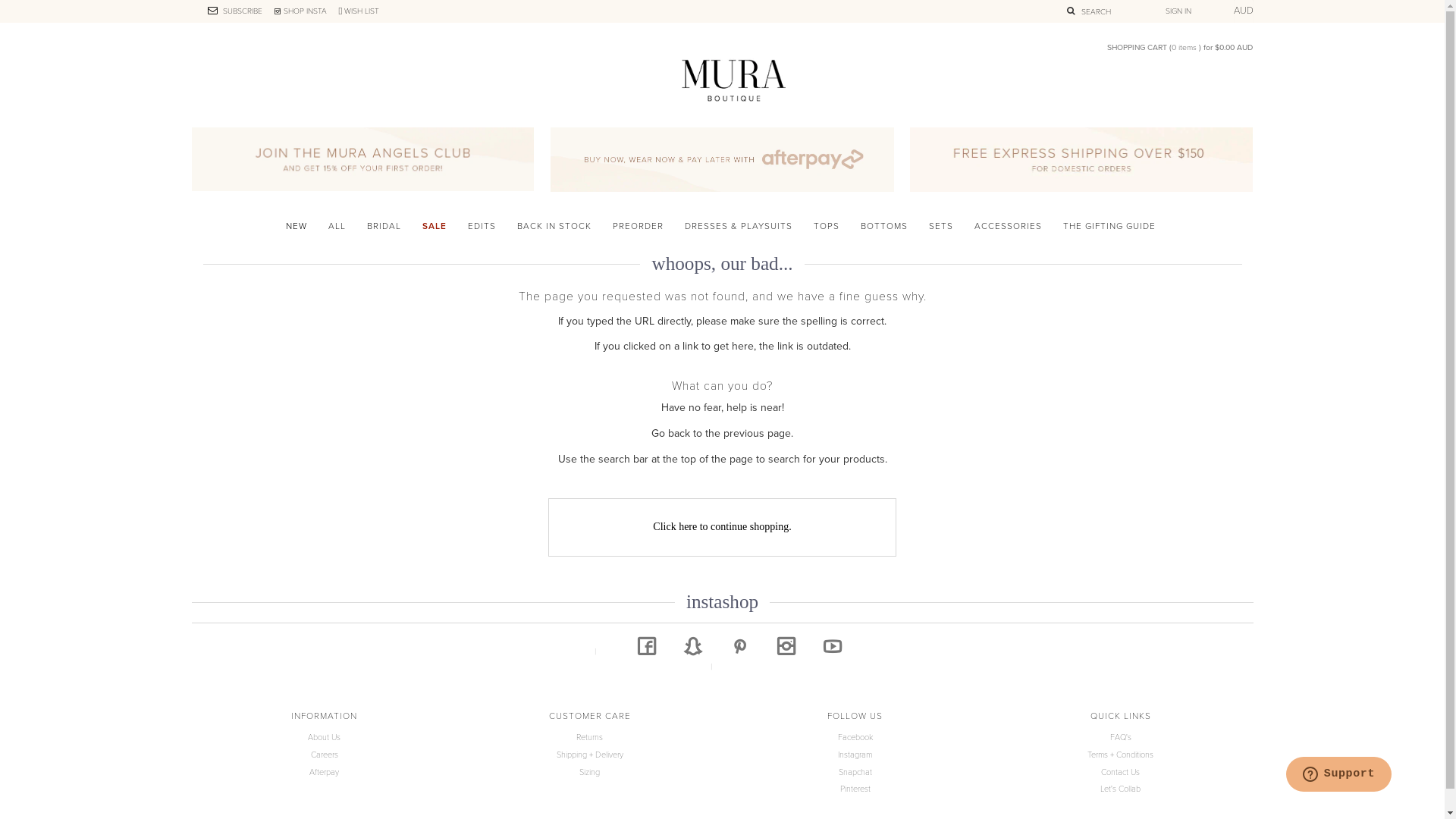 The height and width of the screenshot is (819, 1456). What do you see at coordinates (588, 736) in the screenshot?
I see `'Returns'` at bounding box center [588, 736].